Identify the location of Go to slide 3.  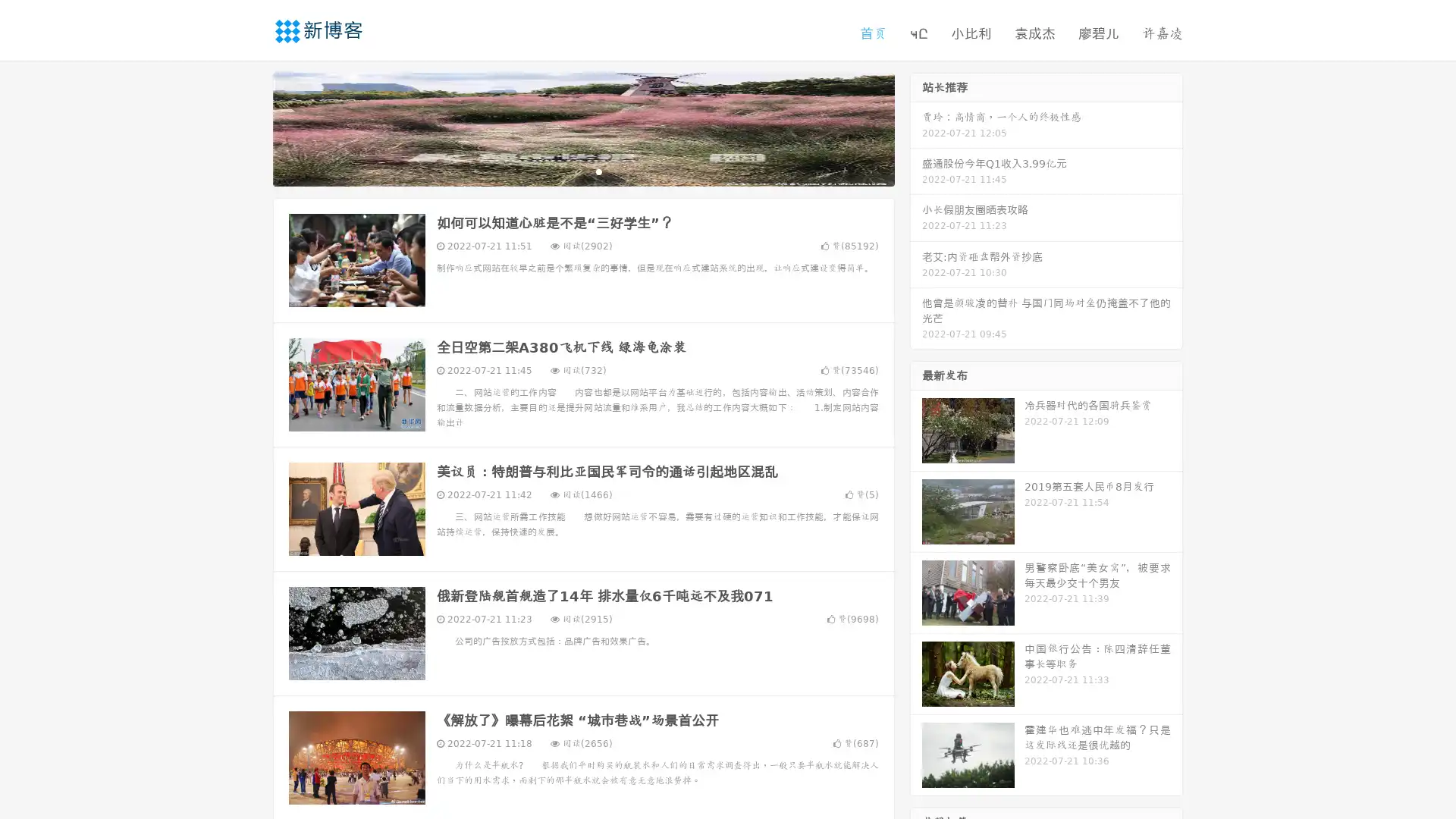
(598, 171).